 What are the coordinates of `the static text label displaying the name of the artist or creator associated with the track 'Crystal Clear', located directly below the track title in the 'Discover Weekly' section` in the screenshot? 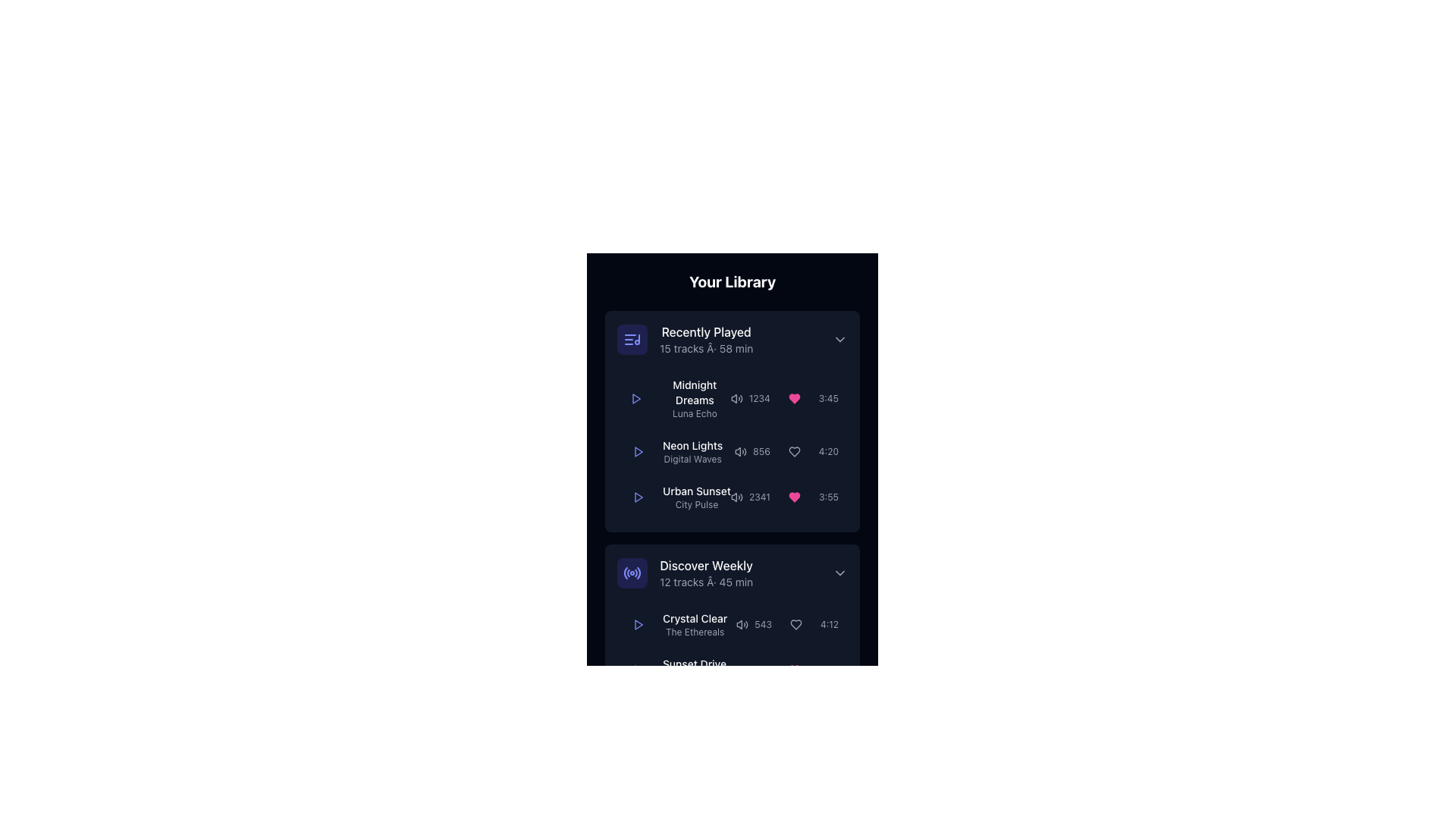 It's located at (694, 632).